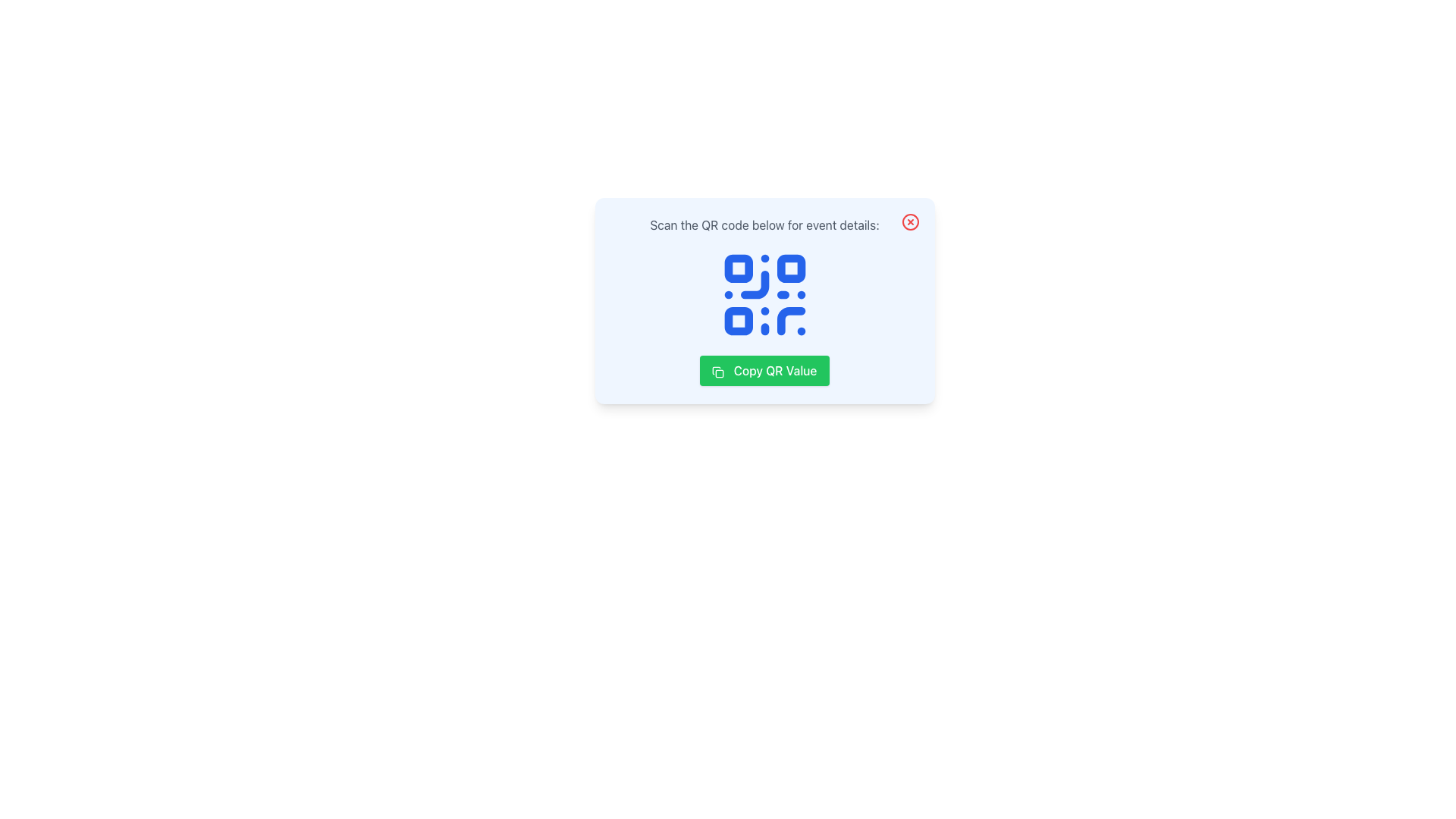 The image size is (1456, 819). Describe the element at coordinates (790, 268) in the screenshot. I see `the second square from the left in the top row of smaller squares within the QR code's graphical structure, which is centered inside a modal dialog` at that location.